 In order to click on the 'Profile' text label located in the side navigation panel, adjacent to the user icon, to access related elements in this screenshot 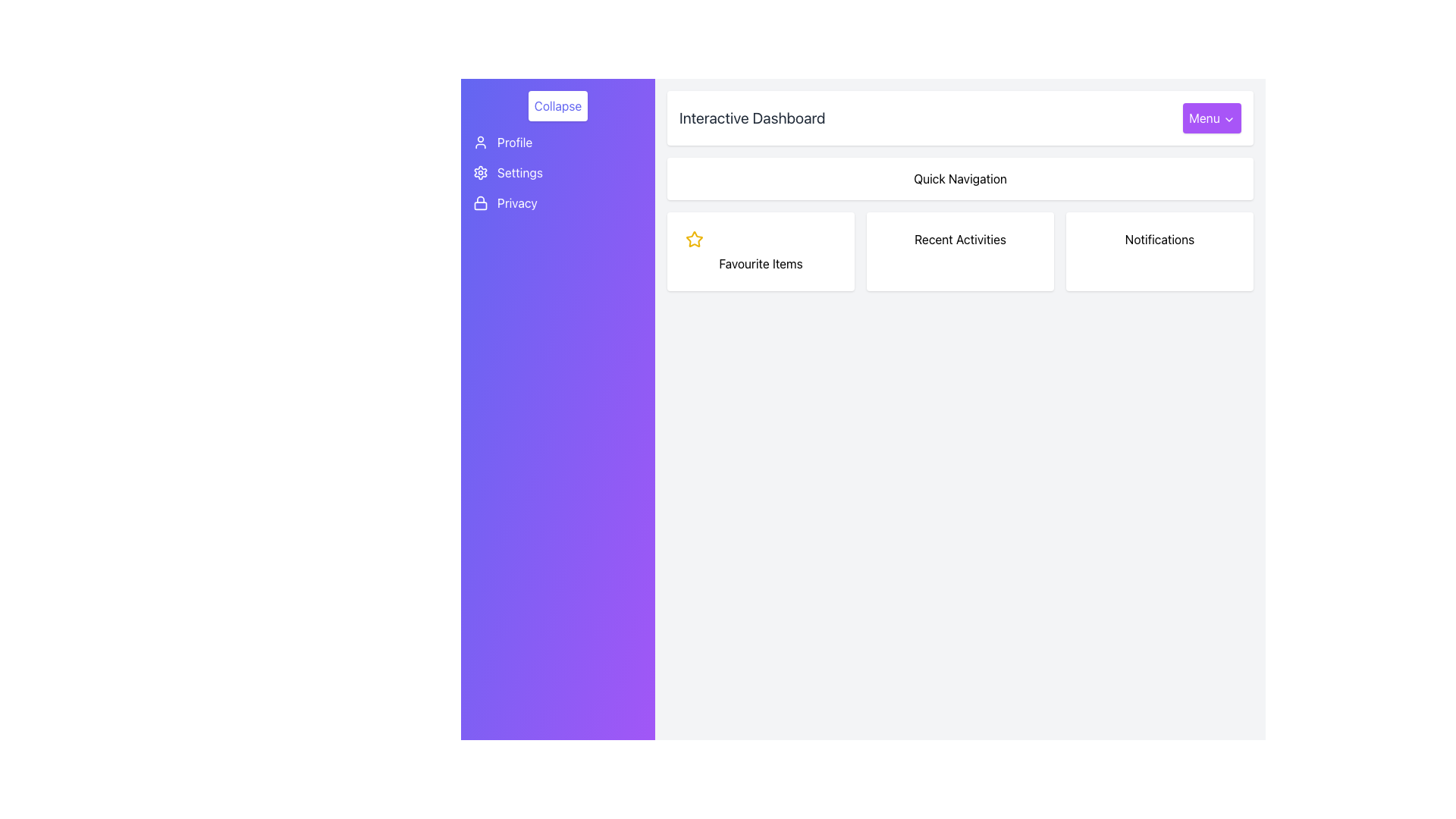, I will do `click(515, 143)`.